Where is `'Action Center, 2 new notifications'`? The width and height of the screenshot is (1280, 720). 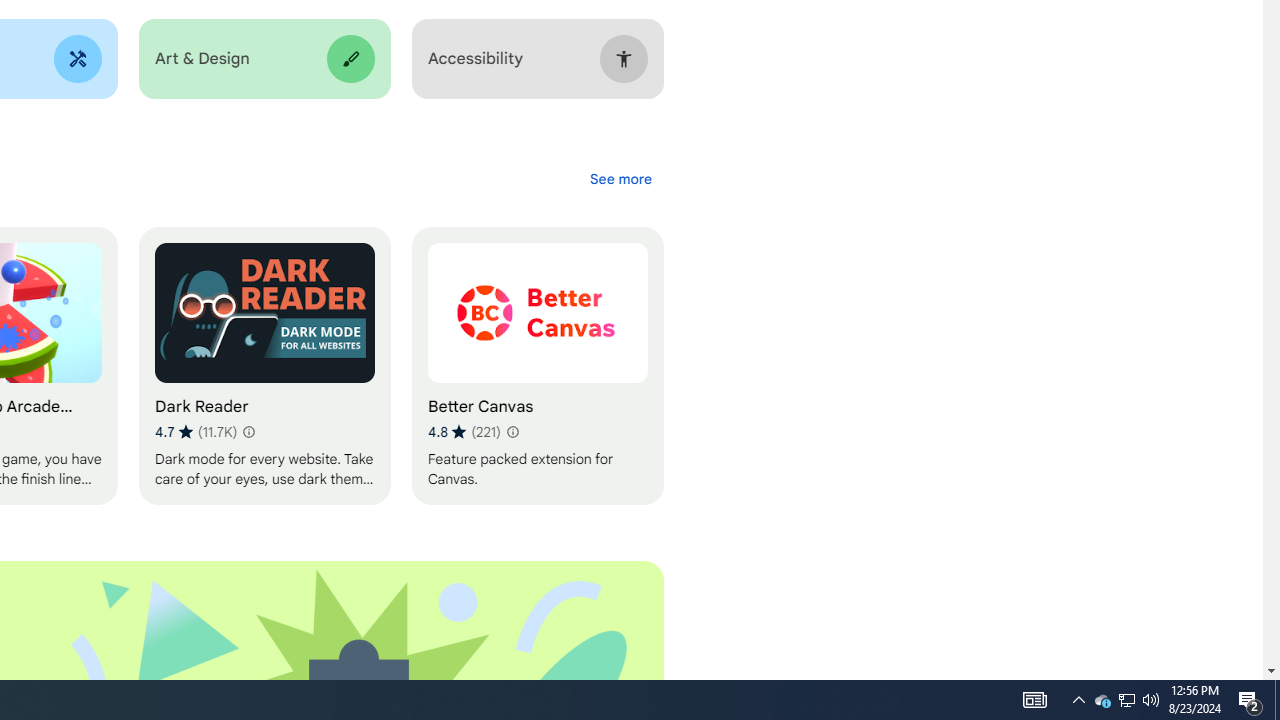
'Action Center, 2 new notifications' is located at coordinates (1250, 698).